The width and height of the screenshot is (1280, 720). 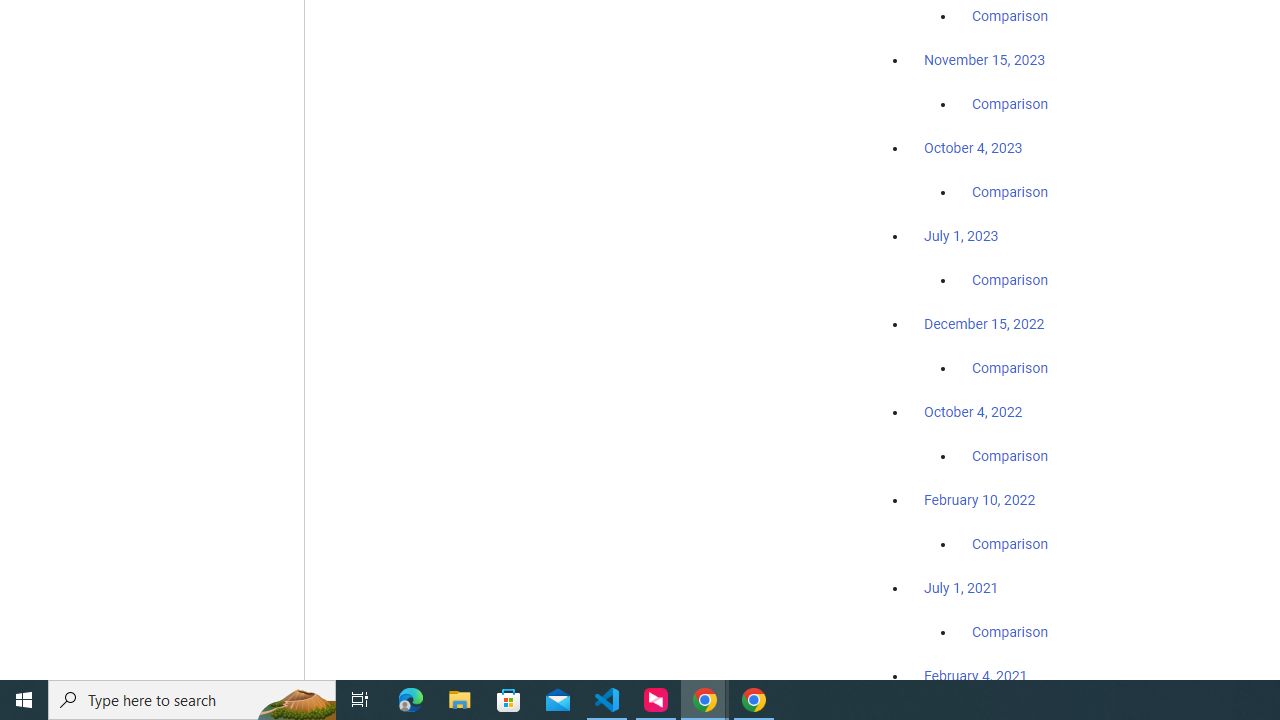 I want to click on 'July 1, 2023', so click(x=961, y=235).